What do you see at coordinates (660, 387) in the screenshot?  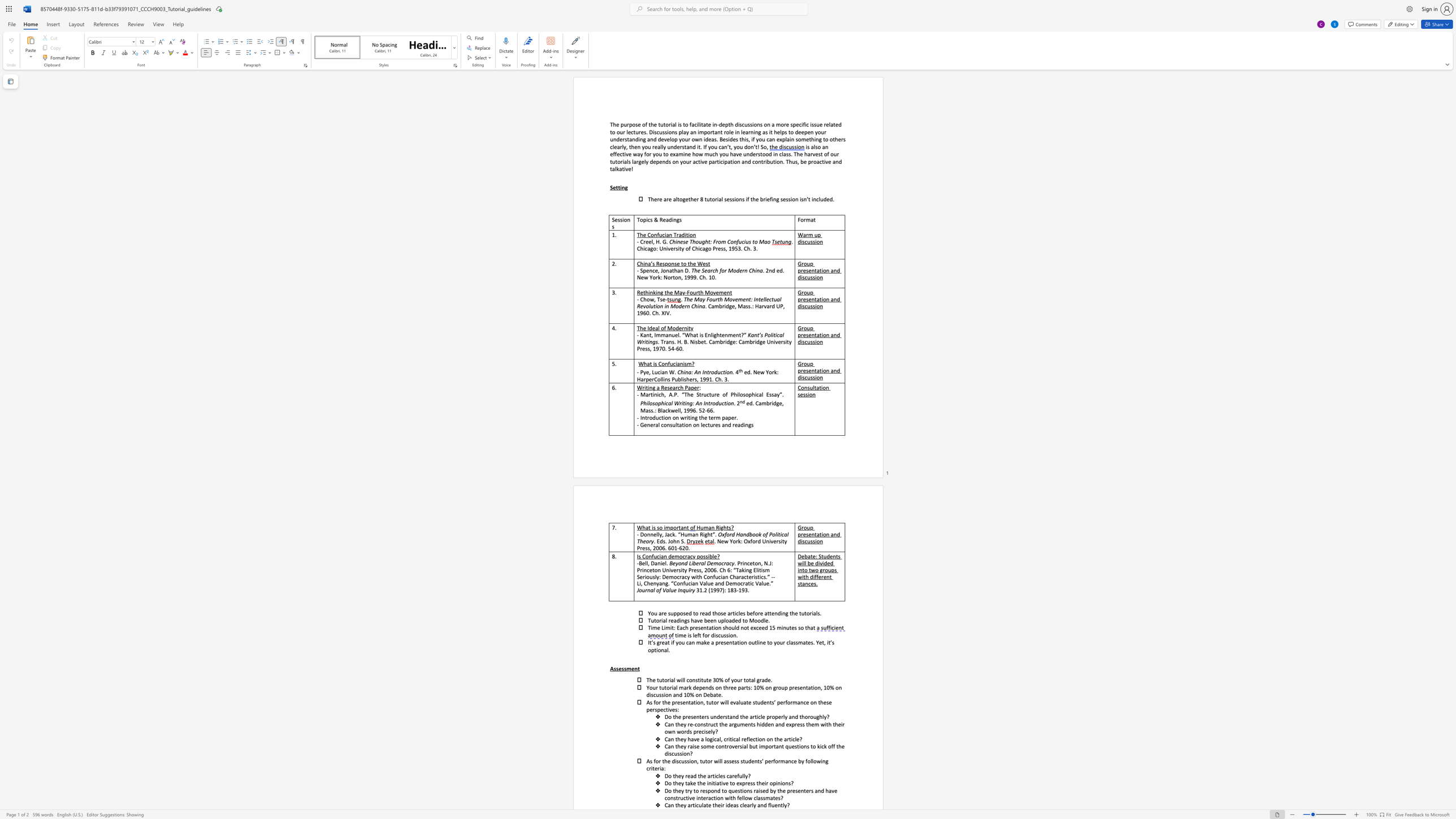 I see `the subset text "Research Paper" within the text "a Research Paper"` at bounding box center [660, 387].